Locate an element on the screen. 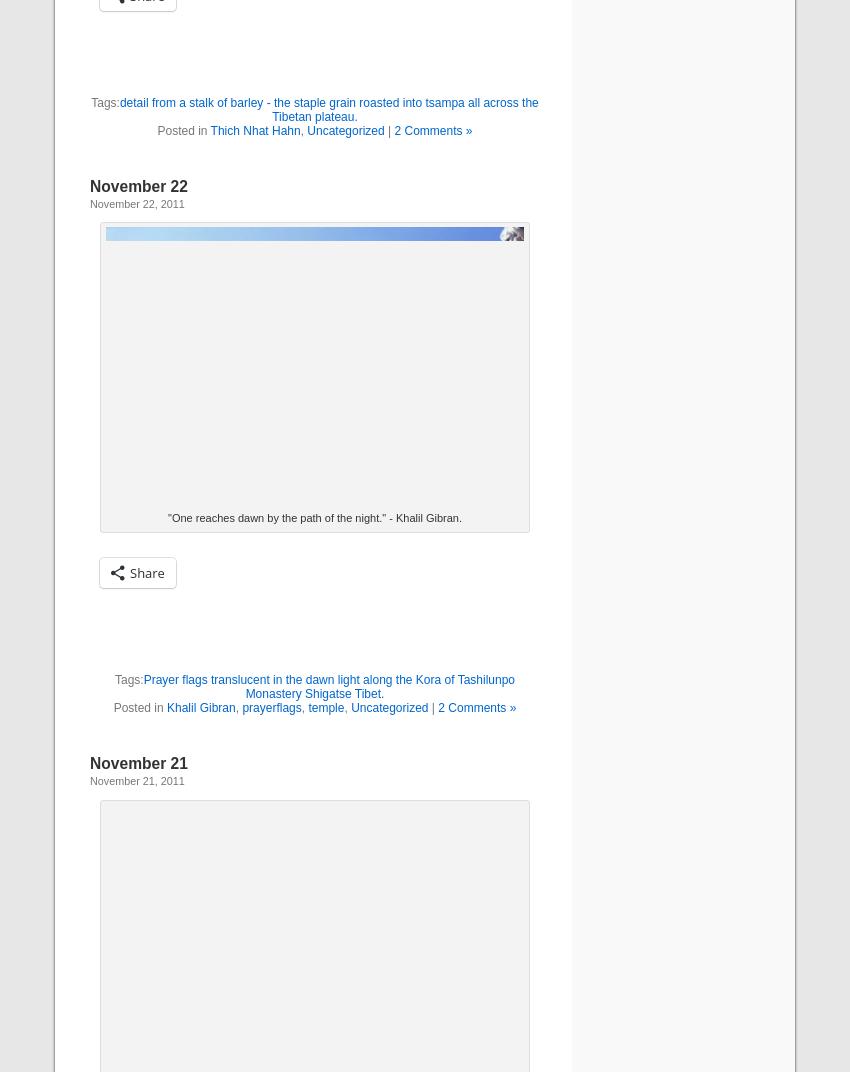  'Khalil Gibran' is located at coordinates (167, 706).